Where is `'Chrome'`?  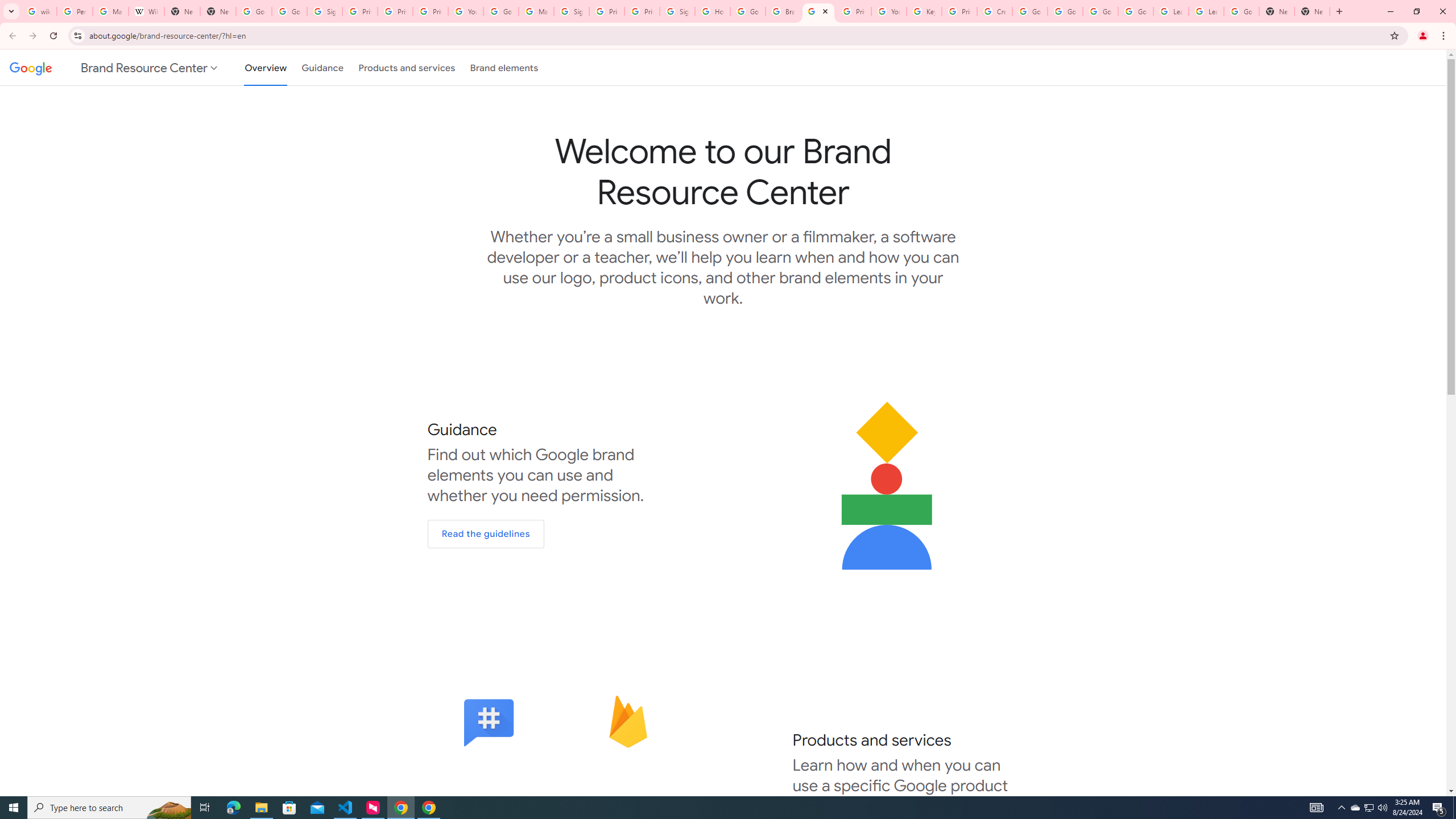 'Chrome' is located at coordinates (1444, 35).